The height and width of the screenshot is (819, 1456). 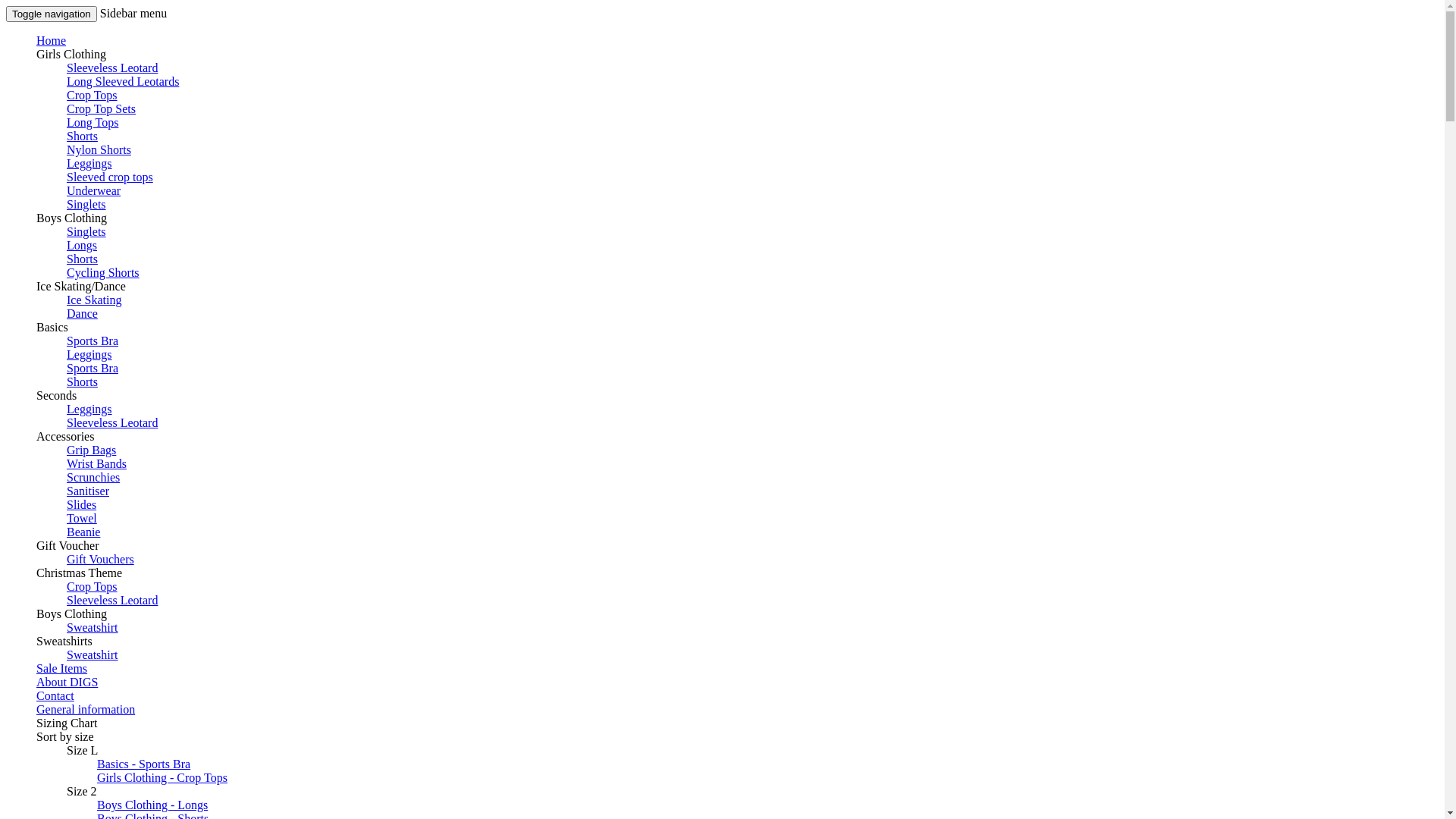 What do you see at coordinates (36, 436) in the screenshot?
I see `'Accessories'` at bounding box center [36, 436].